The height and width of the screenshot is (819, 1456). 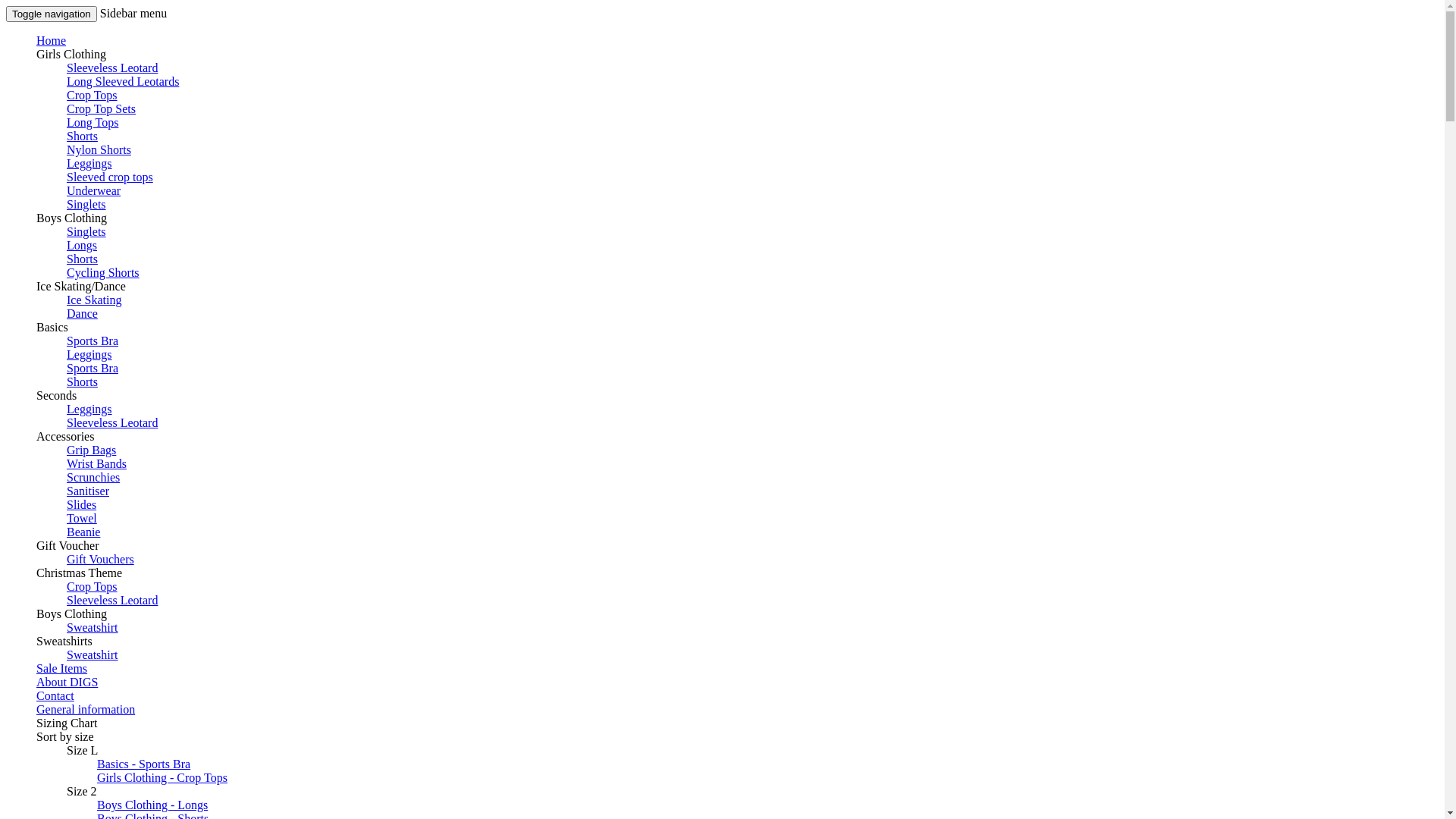 What do you see at coordinates (36, 436) in the screenshot?
I see `'Accessories'` at bounding box center [36, 436].